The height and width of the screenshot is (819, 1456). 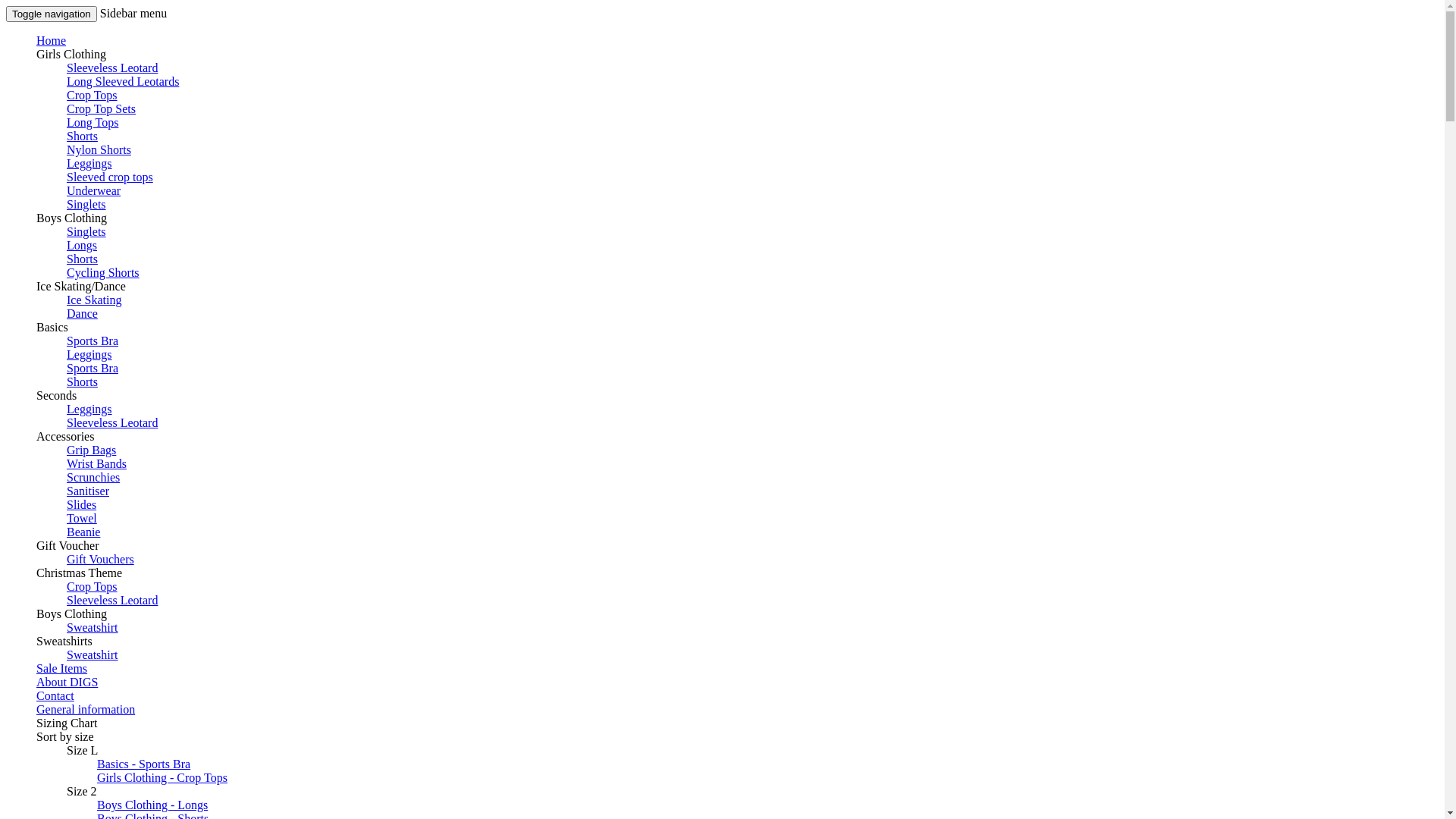 What do you see at coordinates (36, 436) in the screenshot?
I see `'Accessories'` at bounding box center [36, 436].